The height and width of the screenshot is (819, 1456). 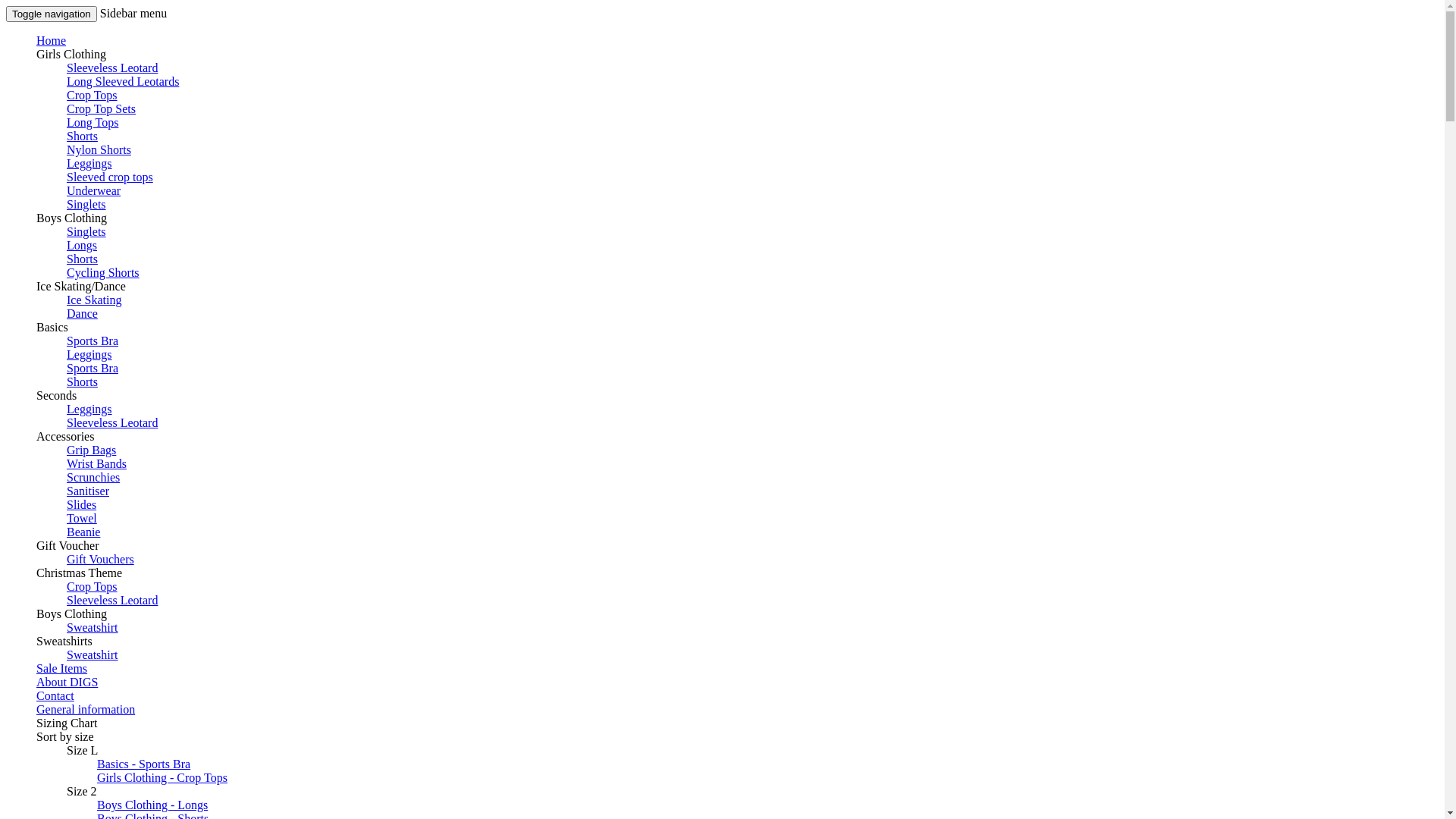 What do you see at coordinates (36, 436) in the screenshot?
I see `'Accessories'` at bounding box center [36, 436].